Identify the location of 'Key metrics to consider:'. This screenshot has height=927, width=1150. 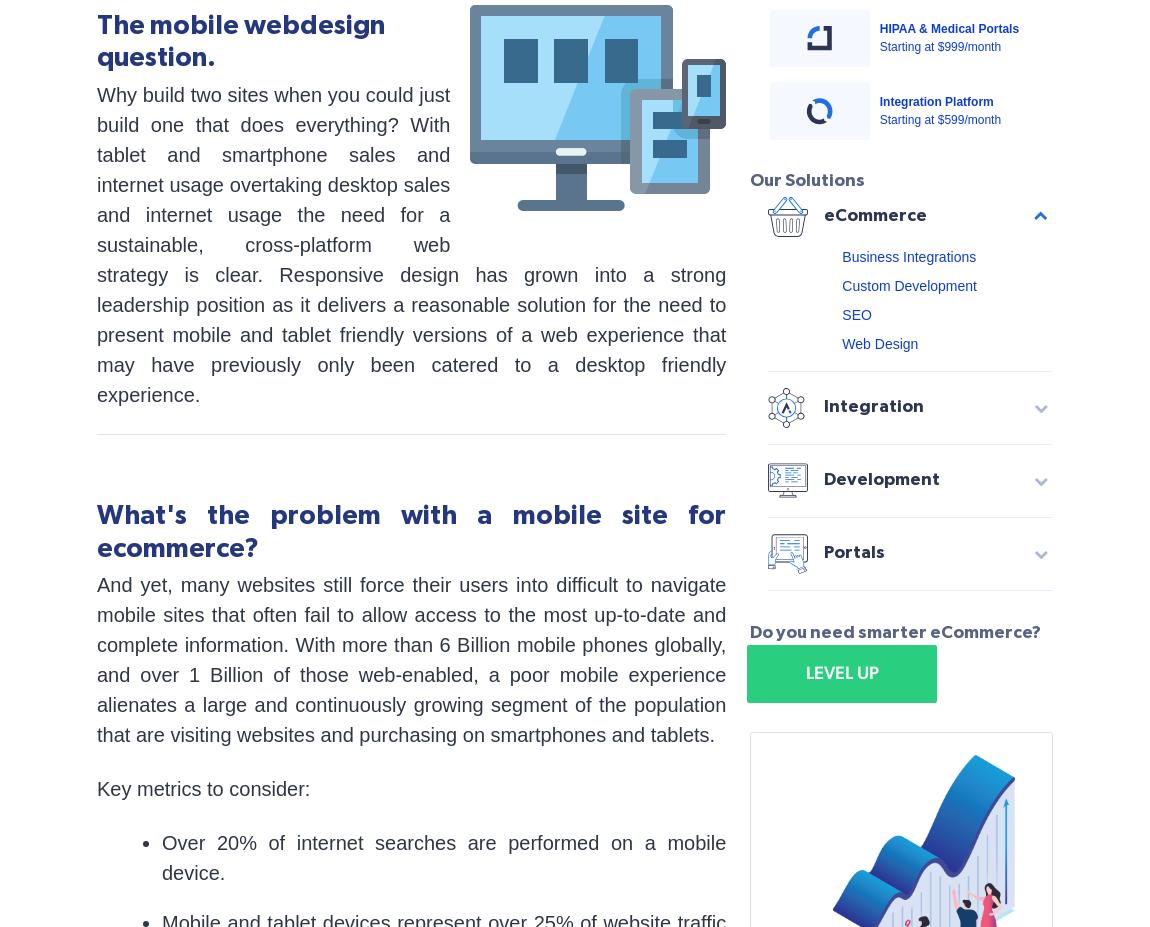
(202, 788).